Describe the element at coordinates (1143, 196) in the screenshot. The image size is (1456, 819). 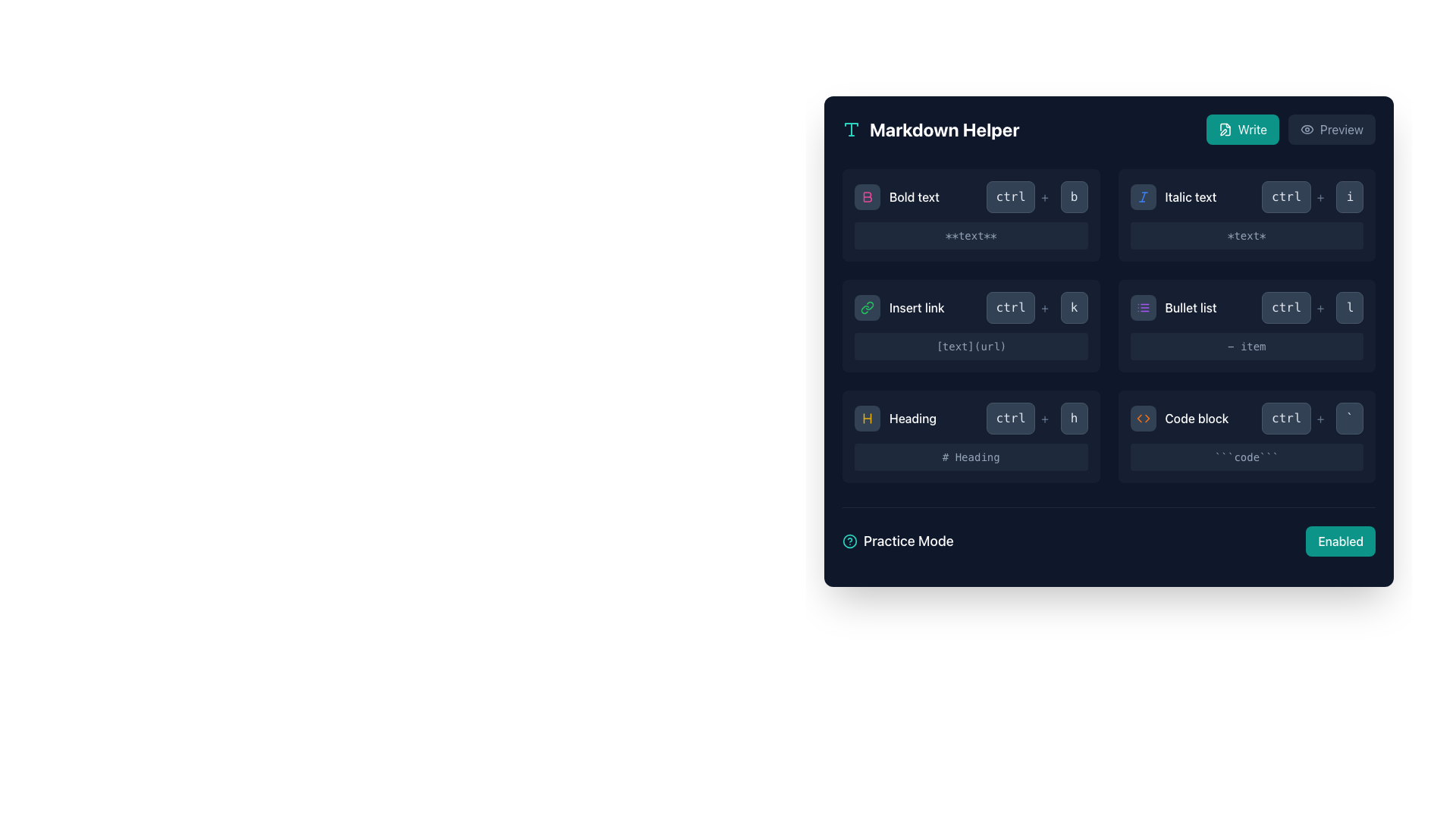
I see `the italic text icon, represented by a slanted 'I', located within the 'Italic text' button in the 'Markdown Helper' panel` at that location.